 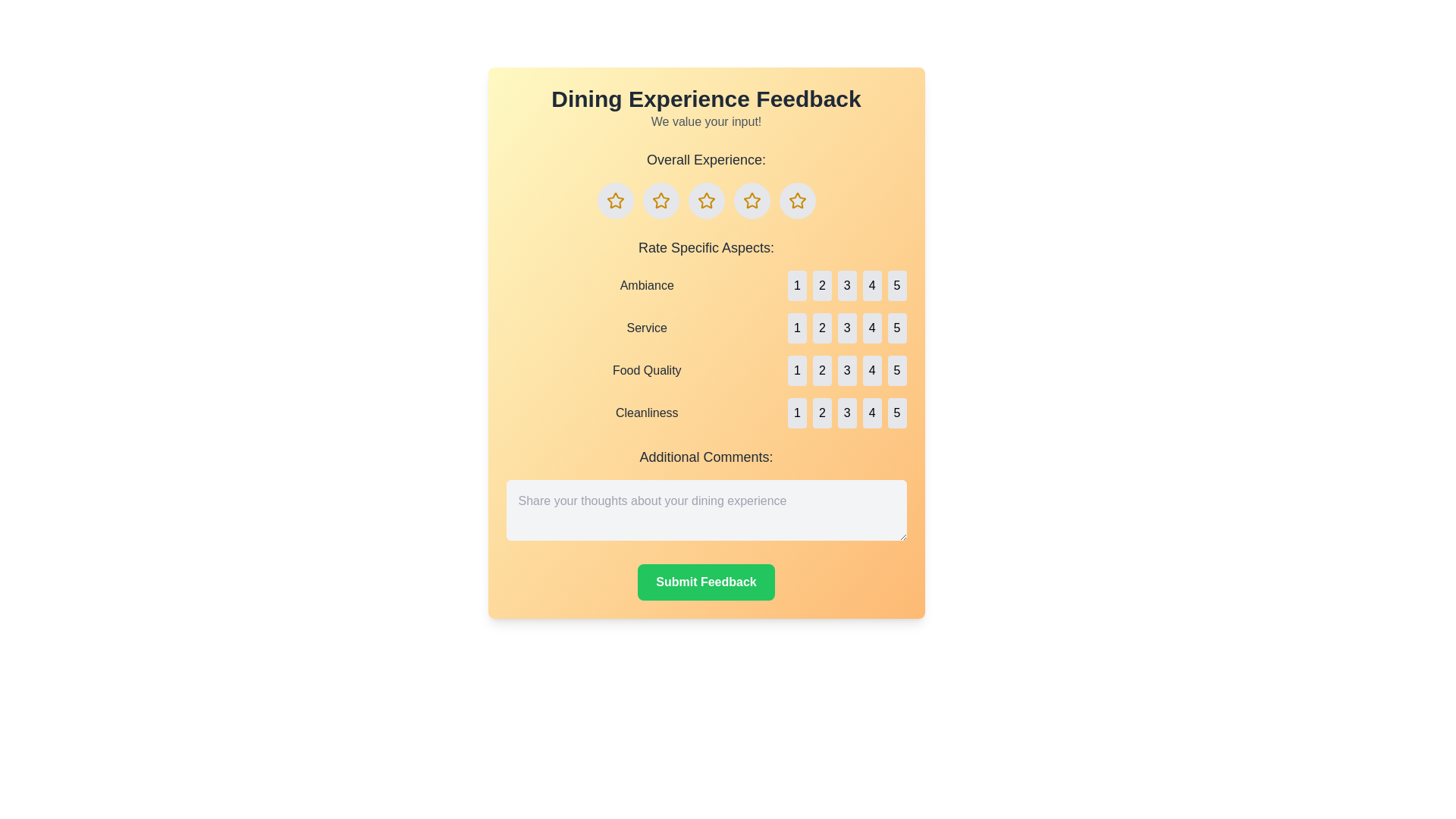 What do you see at coordinates (647, 371) in the screenshot?
I see `the 'Food Quality' rating label, which is the third label in the vertical series of rating sections, located in the 'Rate Specific Aspects:' subsection of the feedback form` at bounding box center [647, 371].